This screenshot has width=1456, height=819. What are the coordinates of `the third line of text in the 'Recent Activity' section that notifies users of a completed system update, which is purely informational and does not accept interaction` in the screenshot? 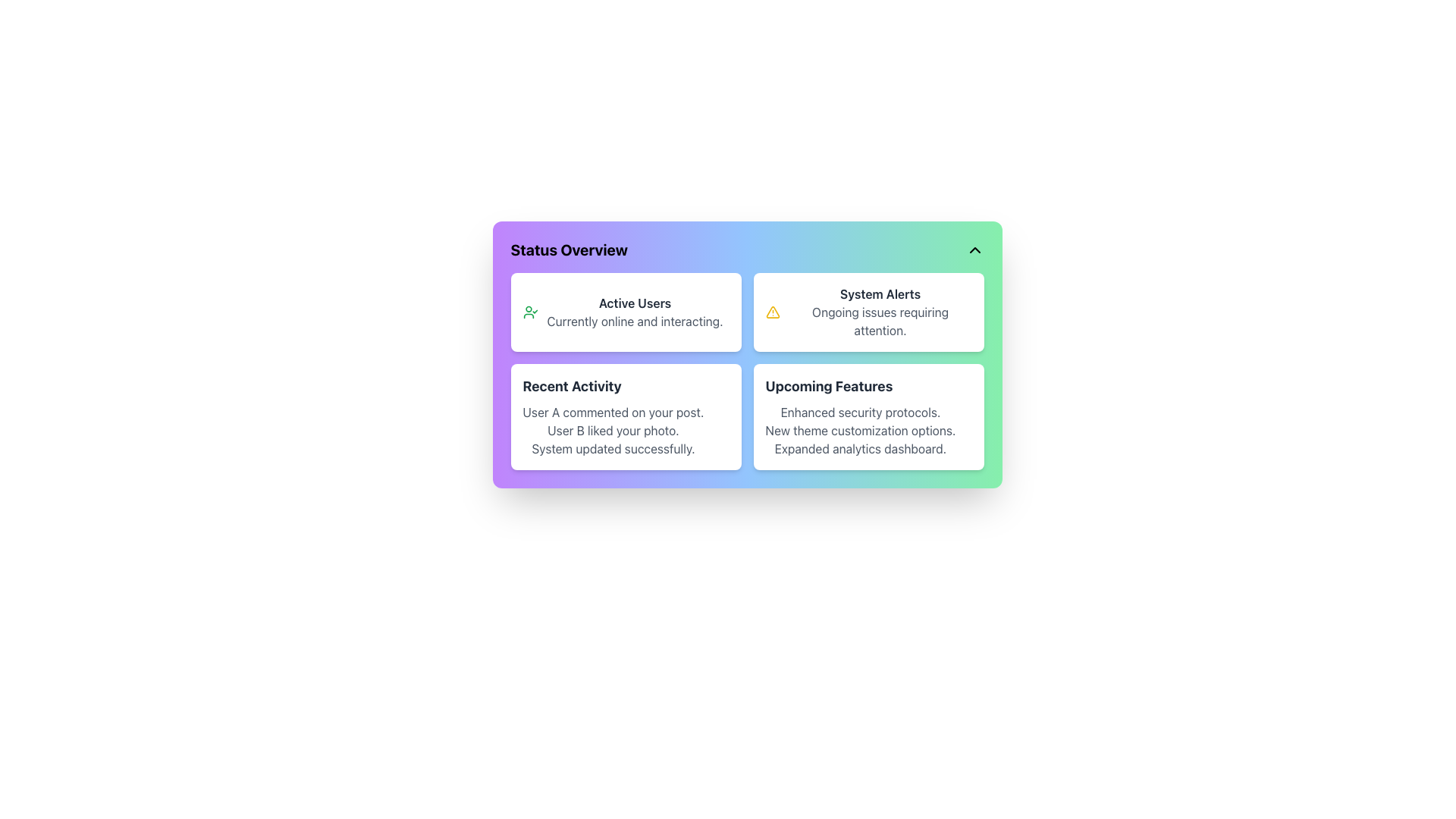 It's located at (613, 447).